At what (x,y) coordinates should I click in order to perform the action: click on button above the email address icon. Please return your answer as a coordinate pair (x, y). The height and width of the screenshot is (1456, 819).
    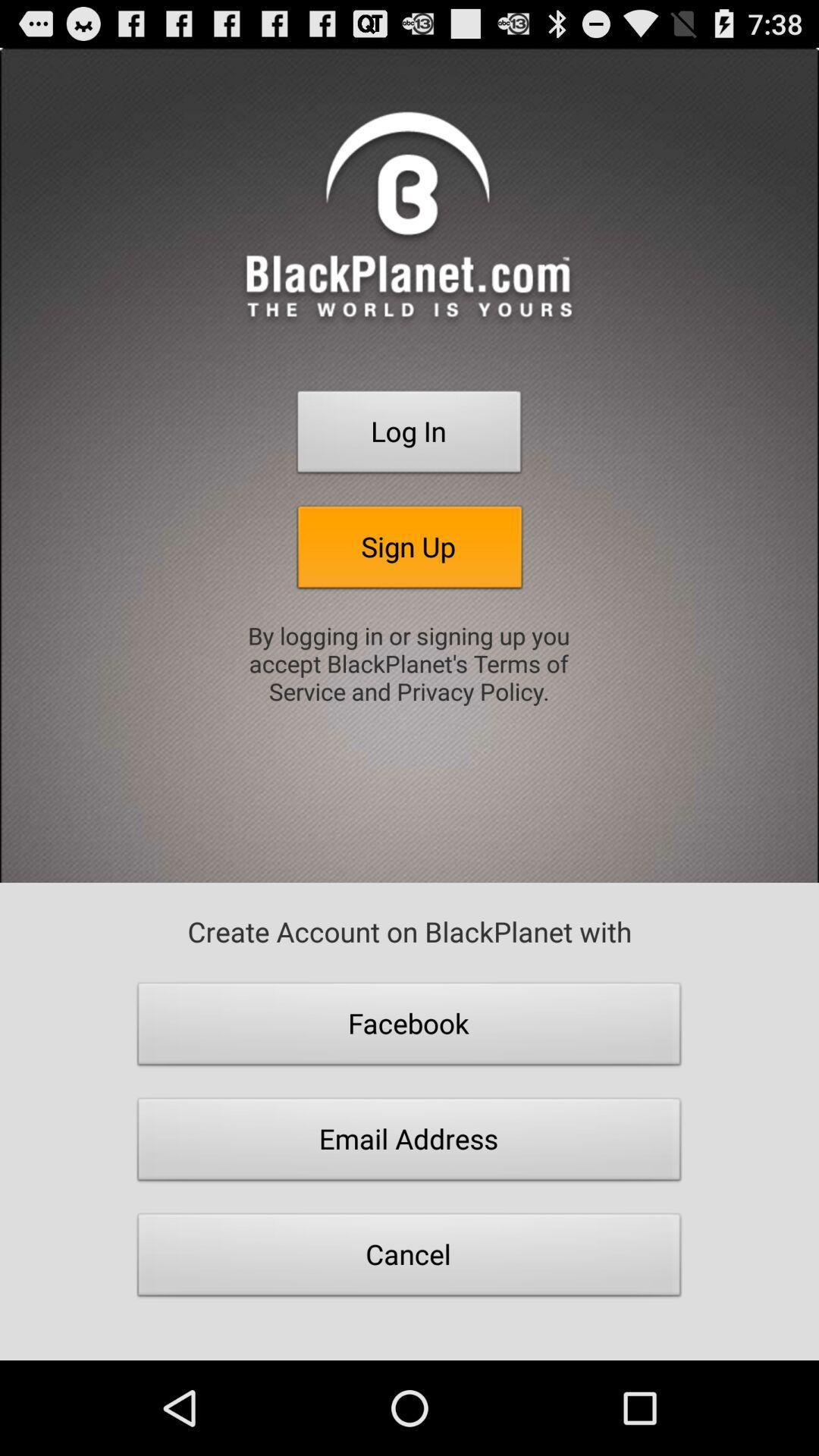
    Looking at the image, I should click on (409, 1028).